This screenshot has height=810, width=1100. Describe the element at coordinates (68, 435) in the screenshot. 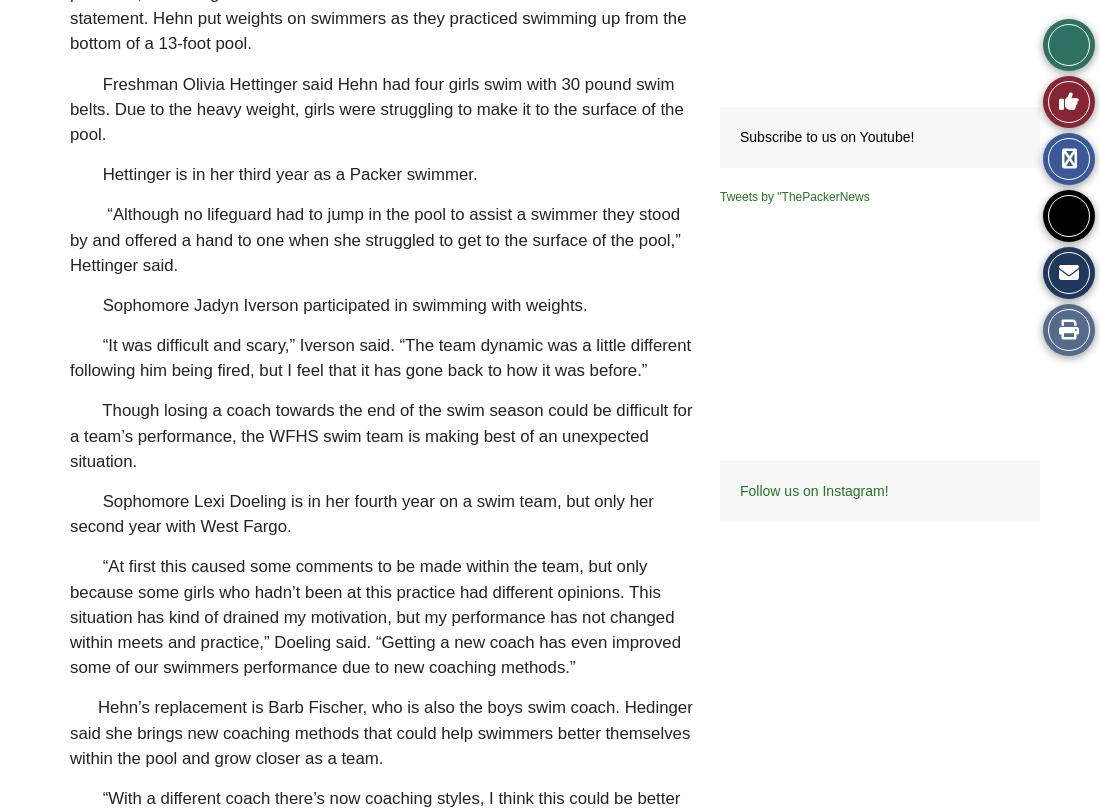

I see `'Though losing a coach towards the end of the swim season could be difficult for a team’s performance, the WFHS swim team is making best of an unexpected situation.'` at that location.